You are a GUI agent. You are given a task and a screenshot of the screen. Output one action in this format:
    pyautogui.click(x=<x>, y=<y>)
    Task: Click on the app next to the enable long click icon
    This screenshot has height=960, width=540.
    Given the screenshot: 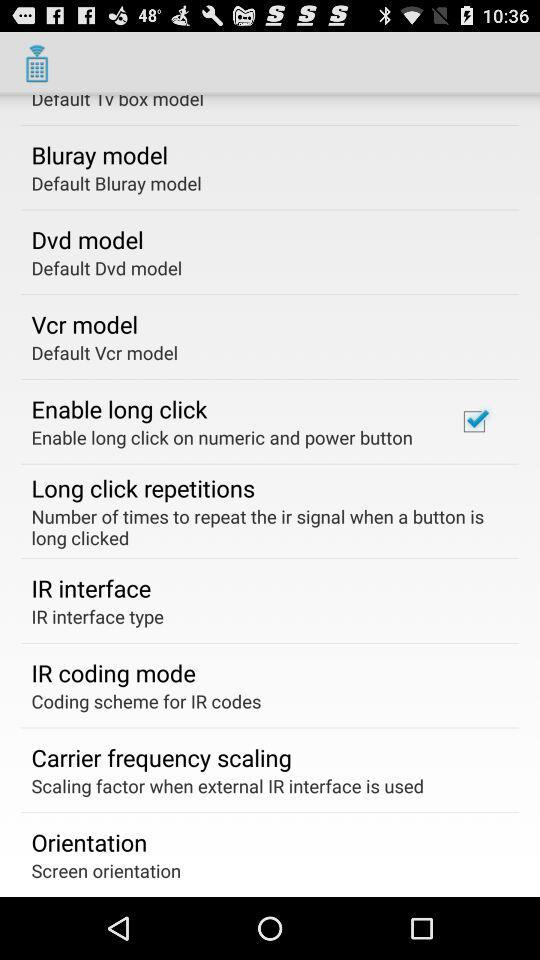 What is the action you would take?
    pyautogui.click(x=473, y=421)
    